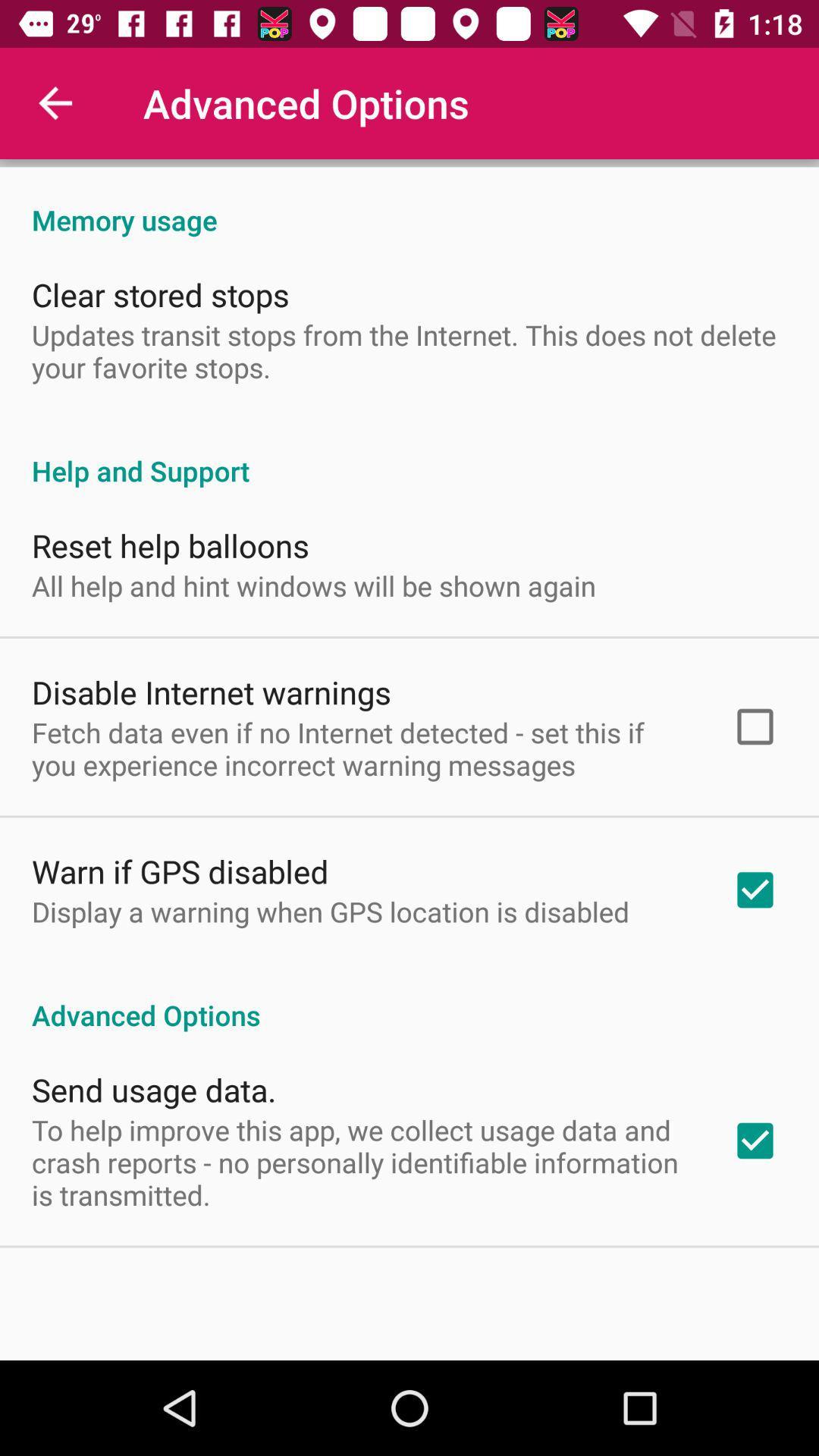 Image resolution: width=819 pixels, height=1456 pixels. Describe the element at coordinates (55, 102) in the screenshot. I see `icon to the left of the advanced options` at that location.